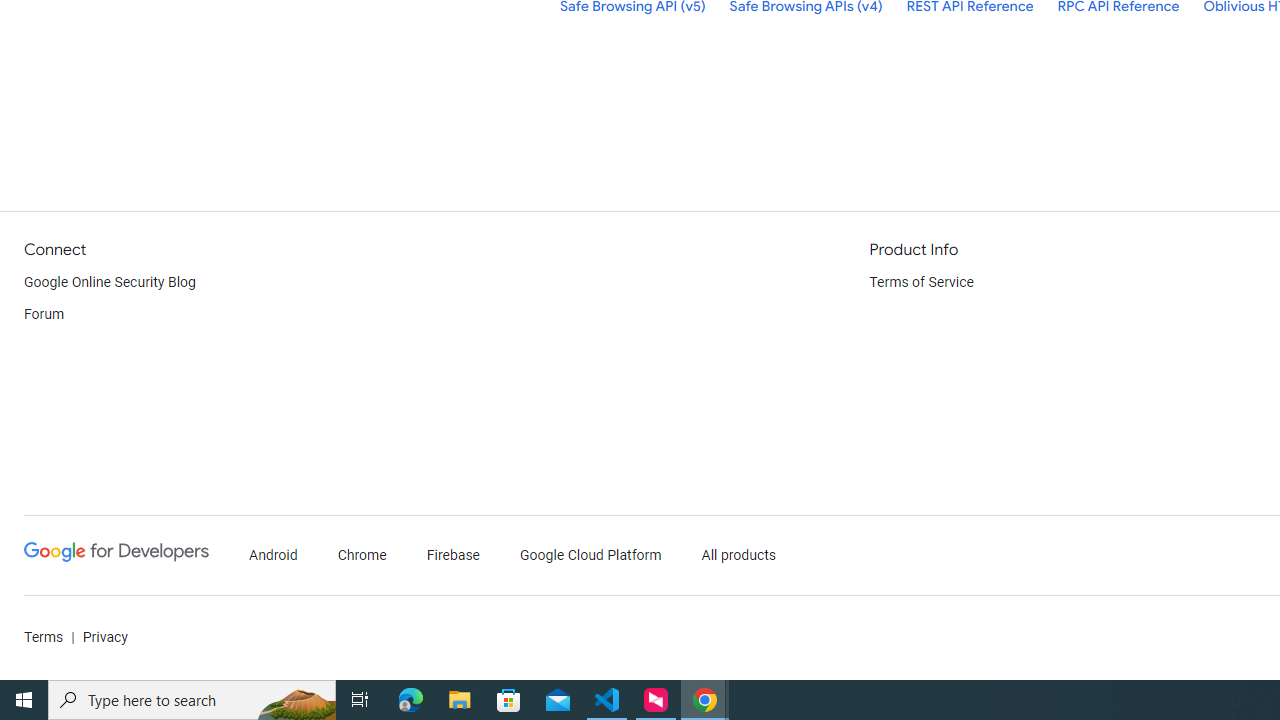  What do you see at coordinates (589, 555) in the screenshot?
I see `'Google Cloud Platform'` at bounding box center [589, 555].